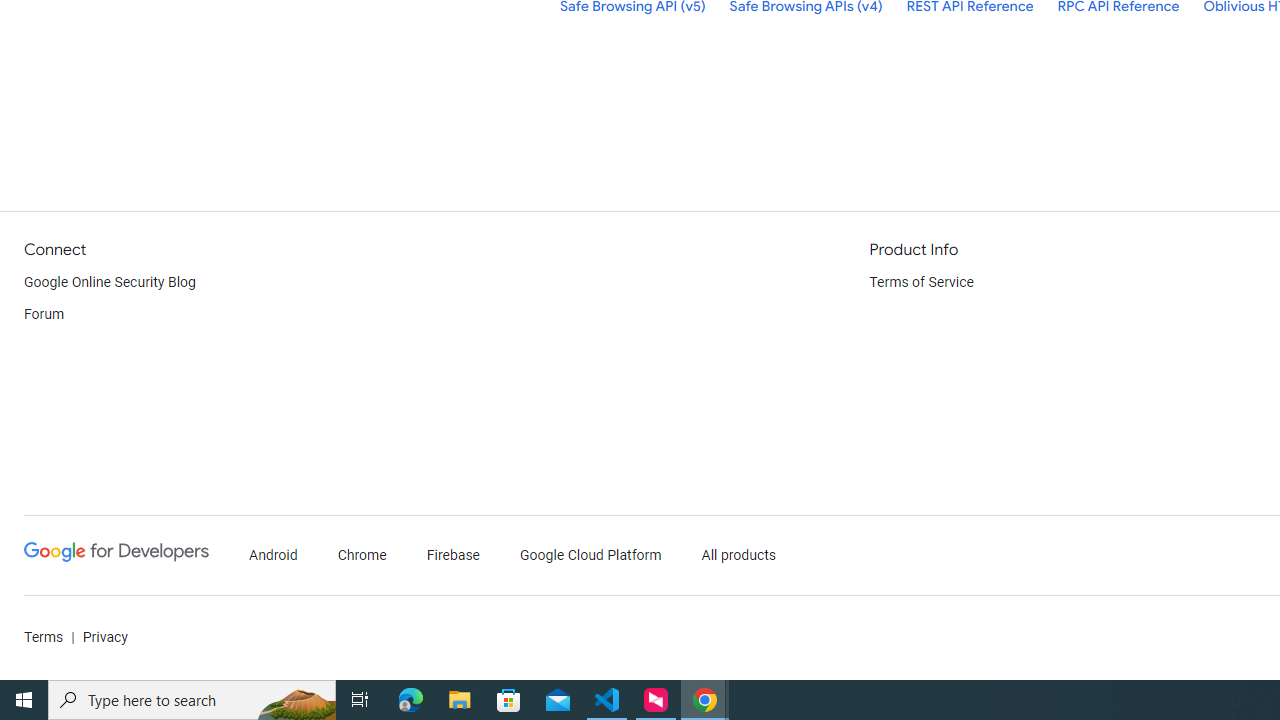  What do you see at coordinates (589, 555) in the screenshot?
I see `'Google Cloud Platform'` at bounding box center [589, 555].